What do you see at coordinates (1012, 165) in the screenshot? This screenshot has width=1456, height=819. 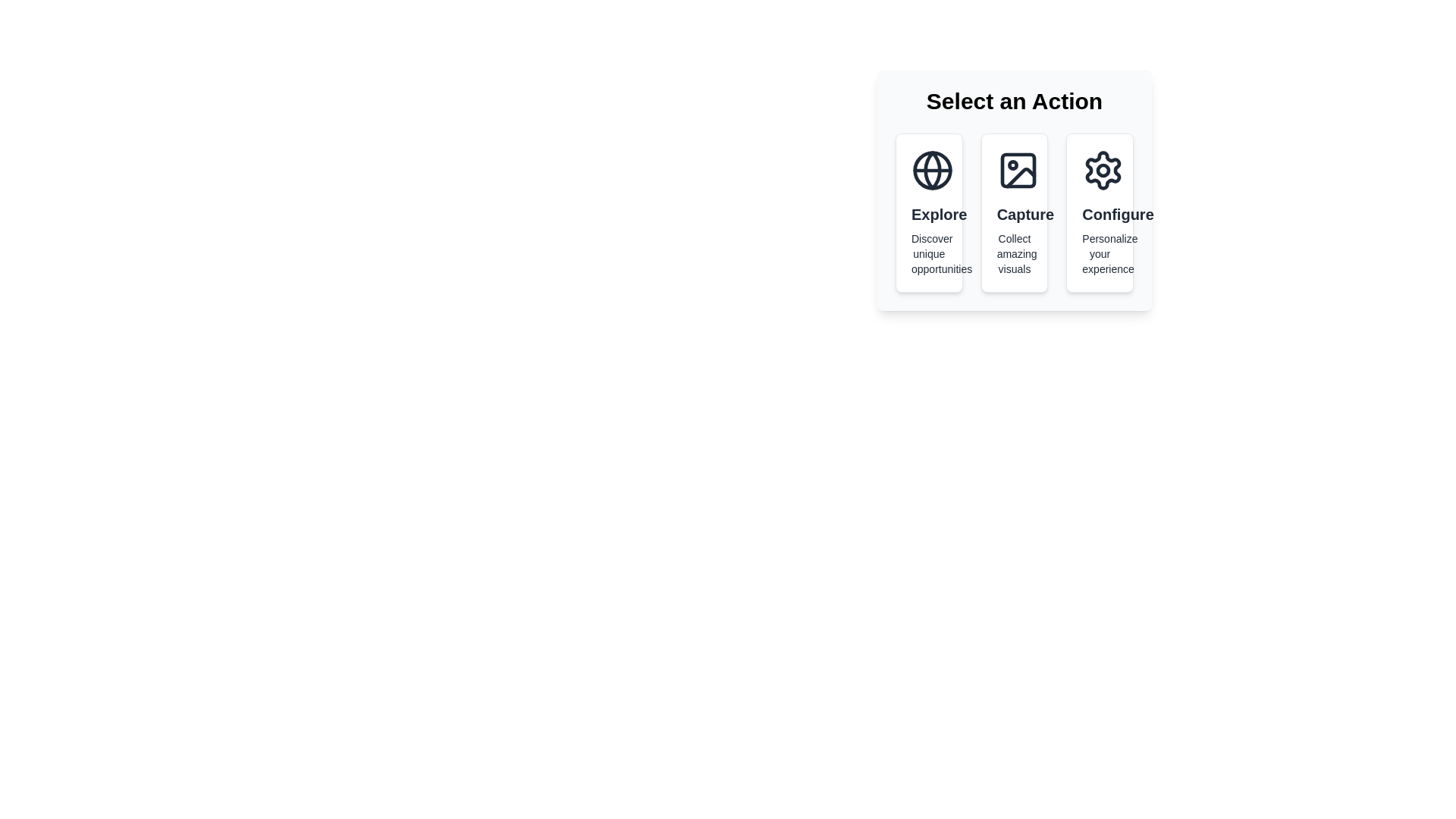 I see `the graphical detail within the 'Capture' action icon, which is centrally located among various options in a card layout` at bounding box center [1012, 165].